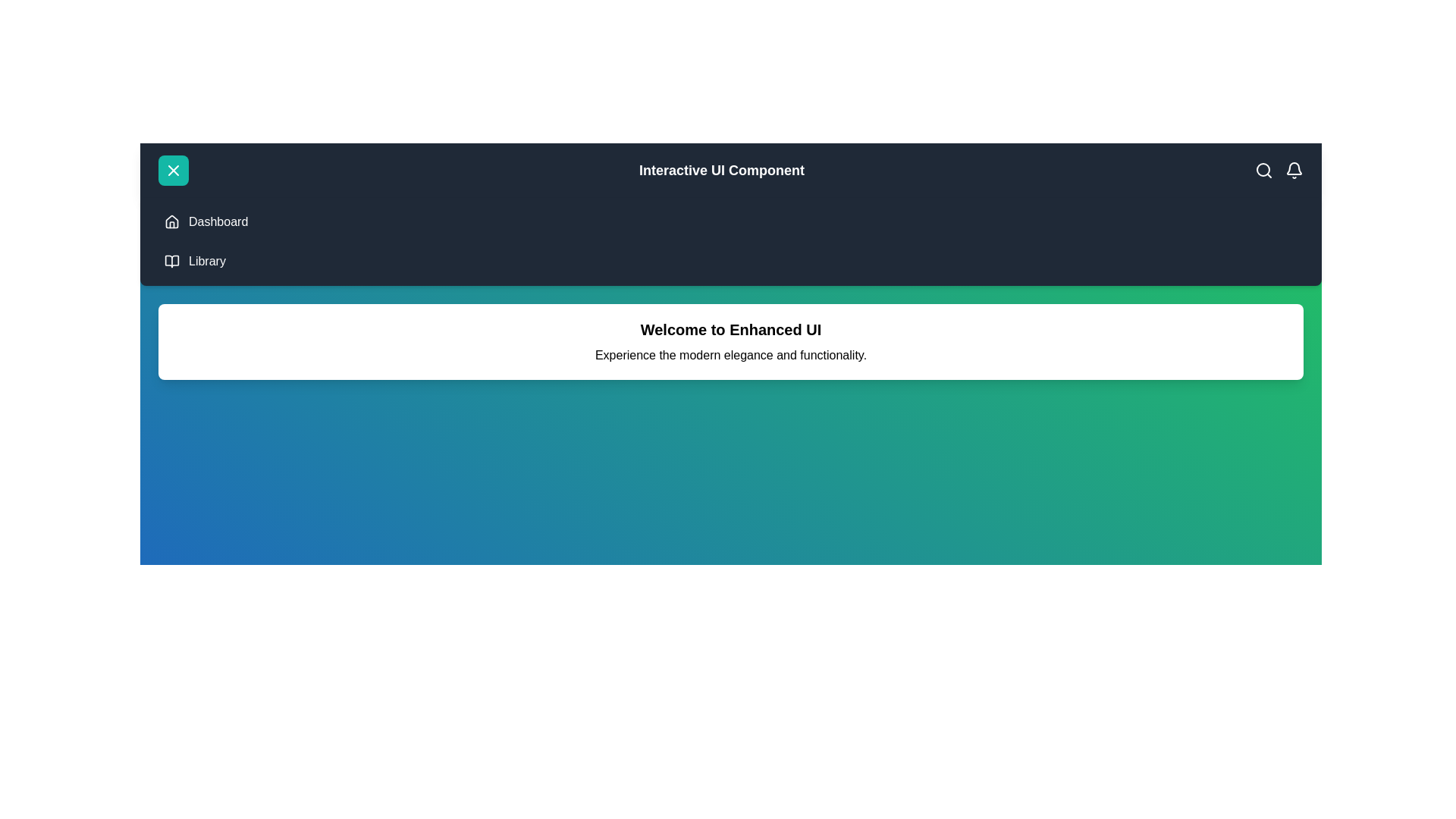  I want to click on the search icon to trigger the search action, so click(1263, 170).